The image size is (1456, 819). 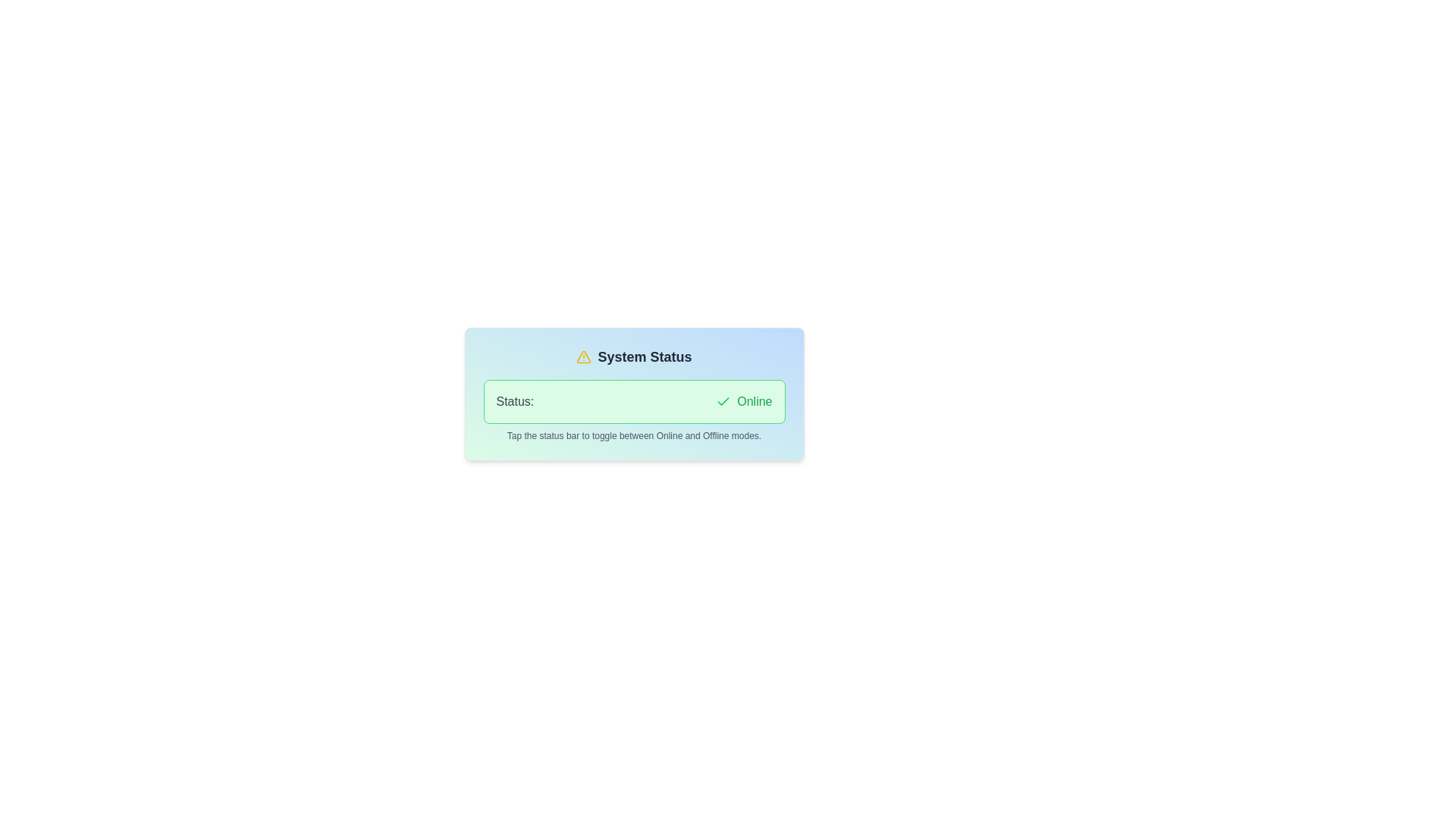 I want to click on the outlined triangle icon, which serves as an alert indicator and is positioned centrally above the label 'System Status', so click(x=583, y=356).